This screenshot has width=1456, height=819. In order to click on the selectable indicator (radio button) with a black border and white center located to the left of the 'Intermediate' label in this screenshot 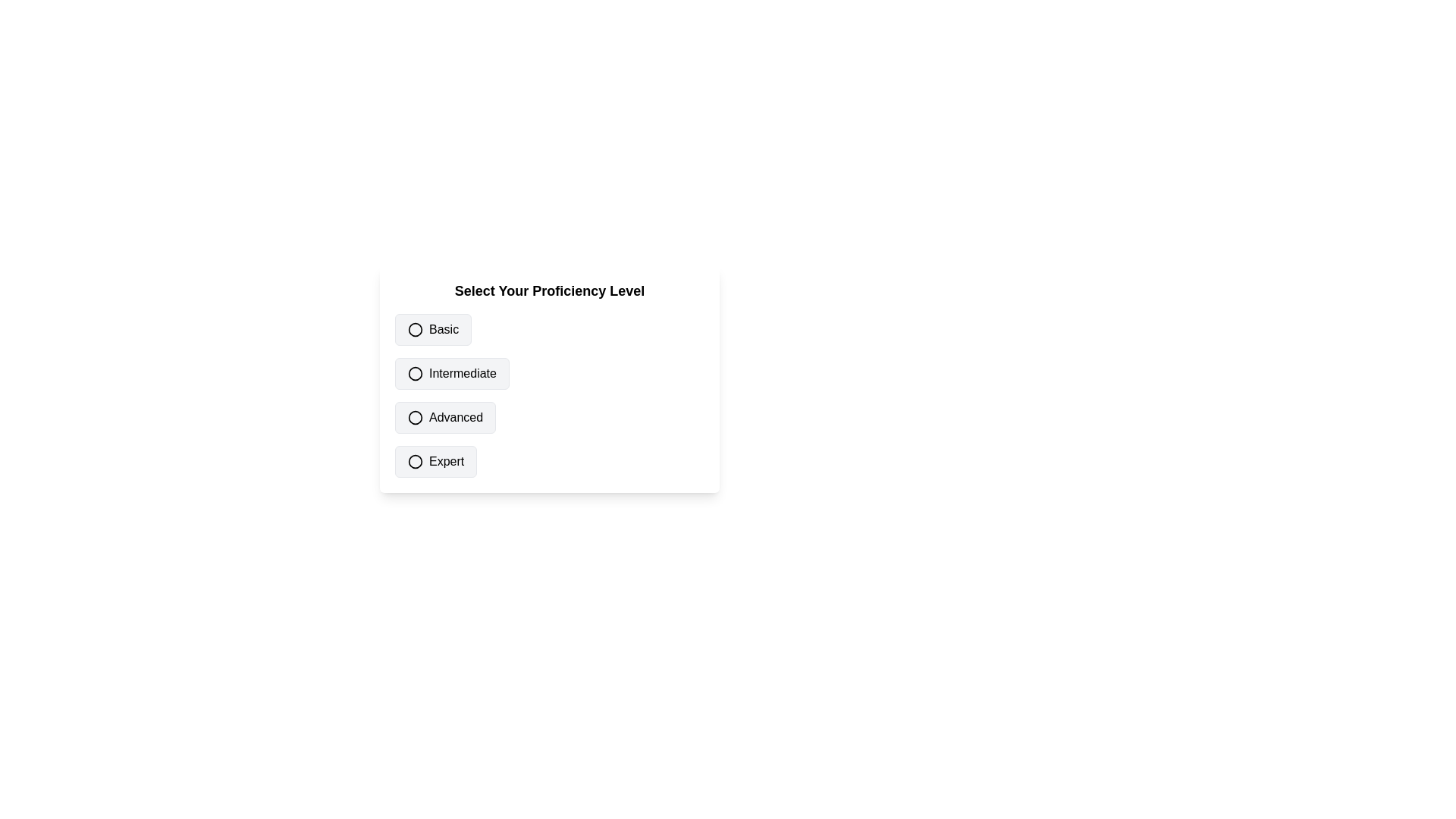, I will do `click(415, 374)`.